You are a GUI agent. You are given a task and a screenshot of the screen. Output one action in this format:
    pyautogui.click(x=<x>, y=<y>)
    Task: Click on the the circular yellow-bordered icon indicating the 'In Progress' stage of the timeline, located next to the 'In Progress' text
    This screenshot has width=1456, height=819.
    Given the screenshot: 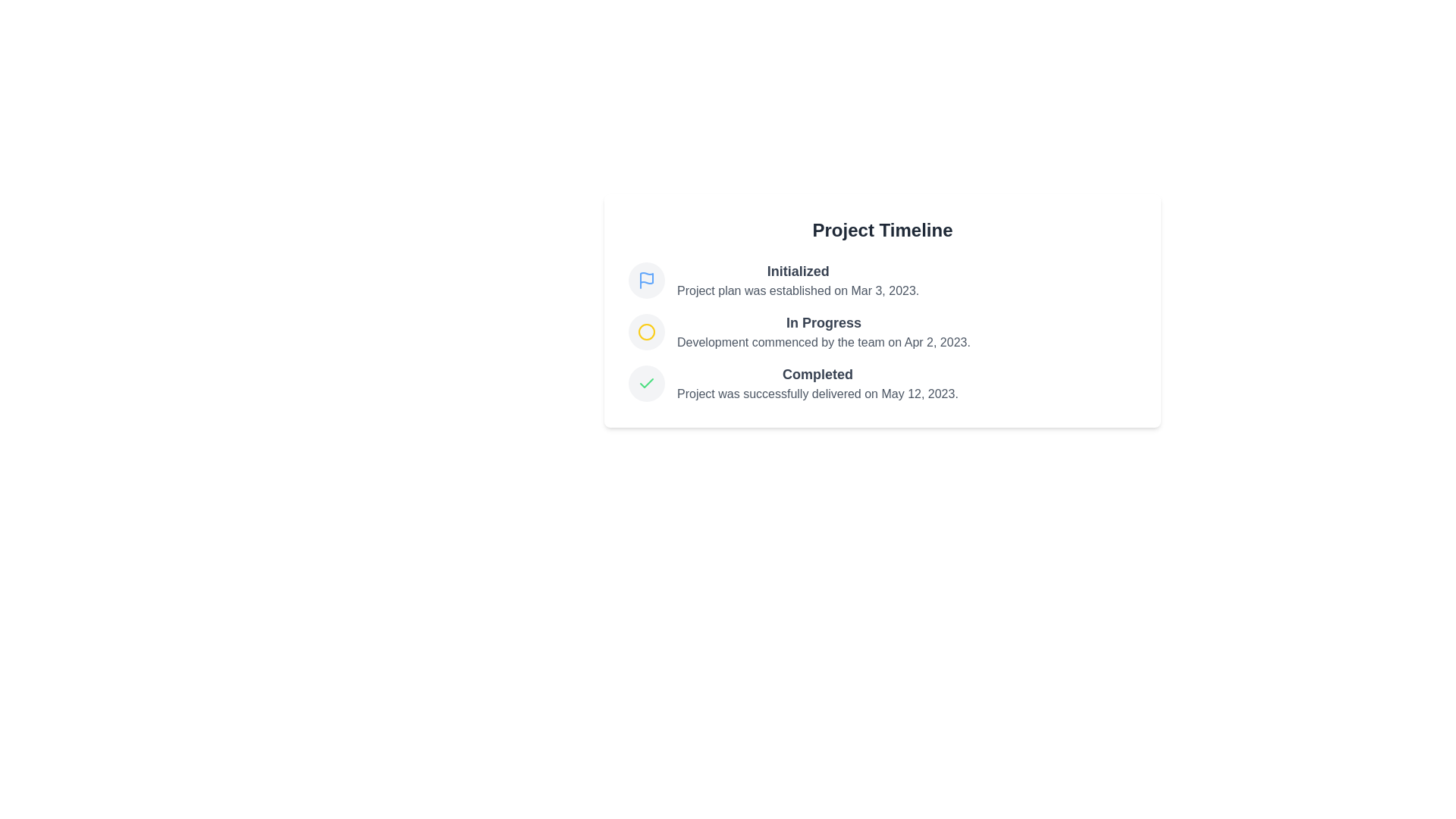 What is the action you would take?
    pyautogui.click(x=647, y=331)
    